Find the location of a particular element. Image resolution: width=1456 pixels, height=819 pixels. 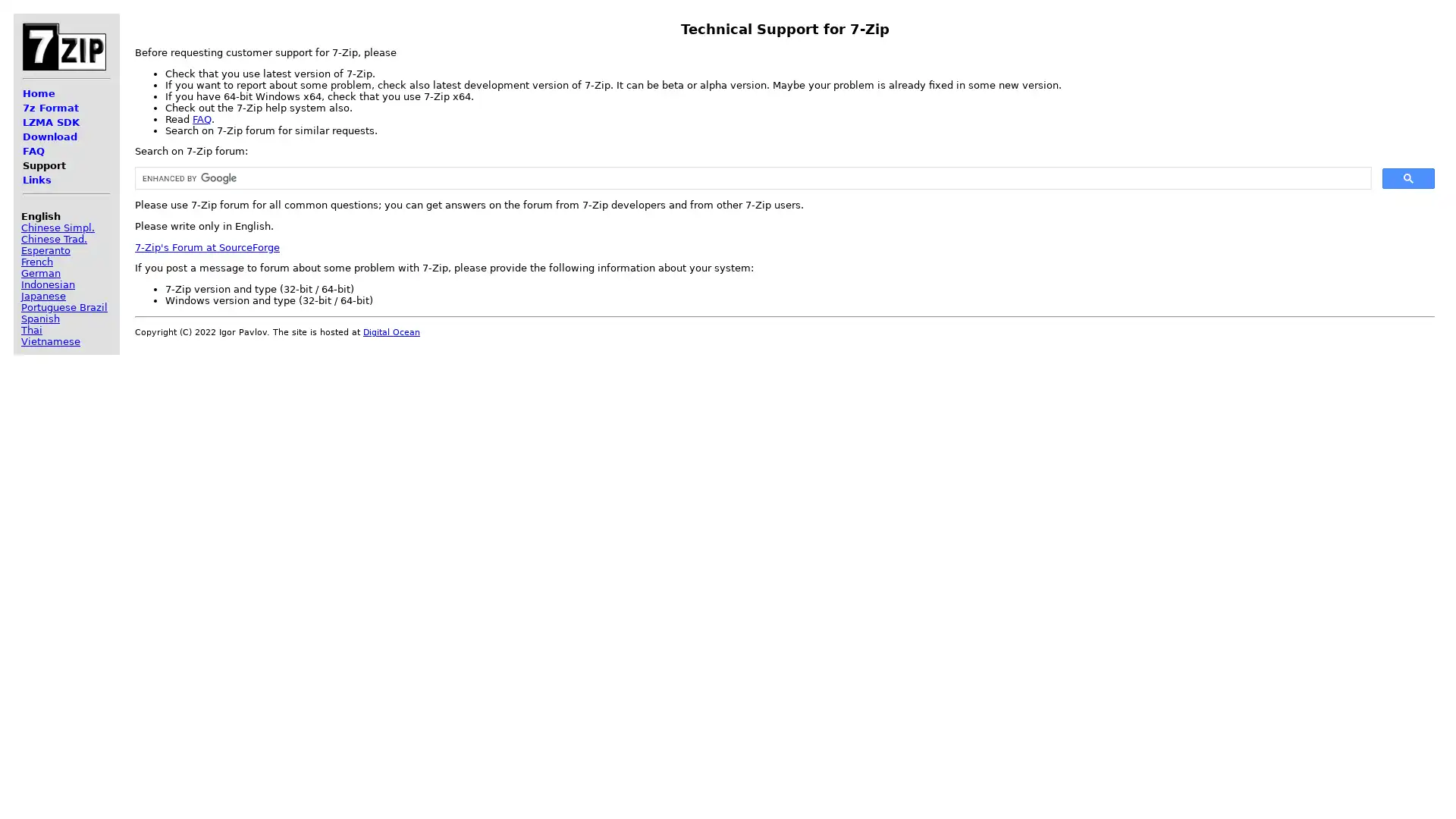

search is located at coordinates (1407, 177).